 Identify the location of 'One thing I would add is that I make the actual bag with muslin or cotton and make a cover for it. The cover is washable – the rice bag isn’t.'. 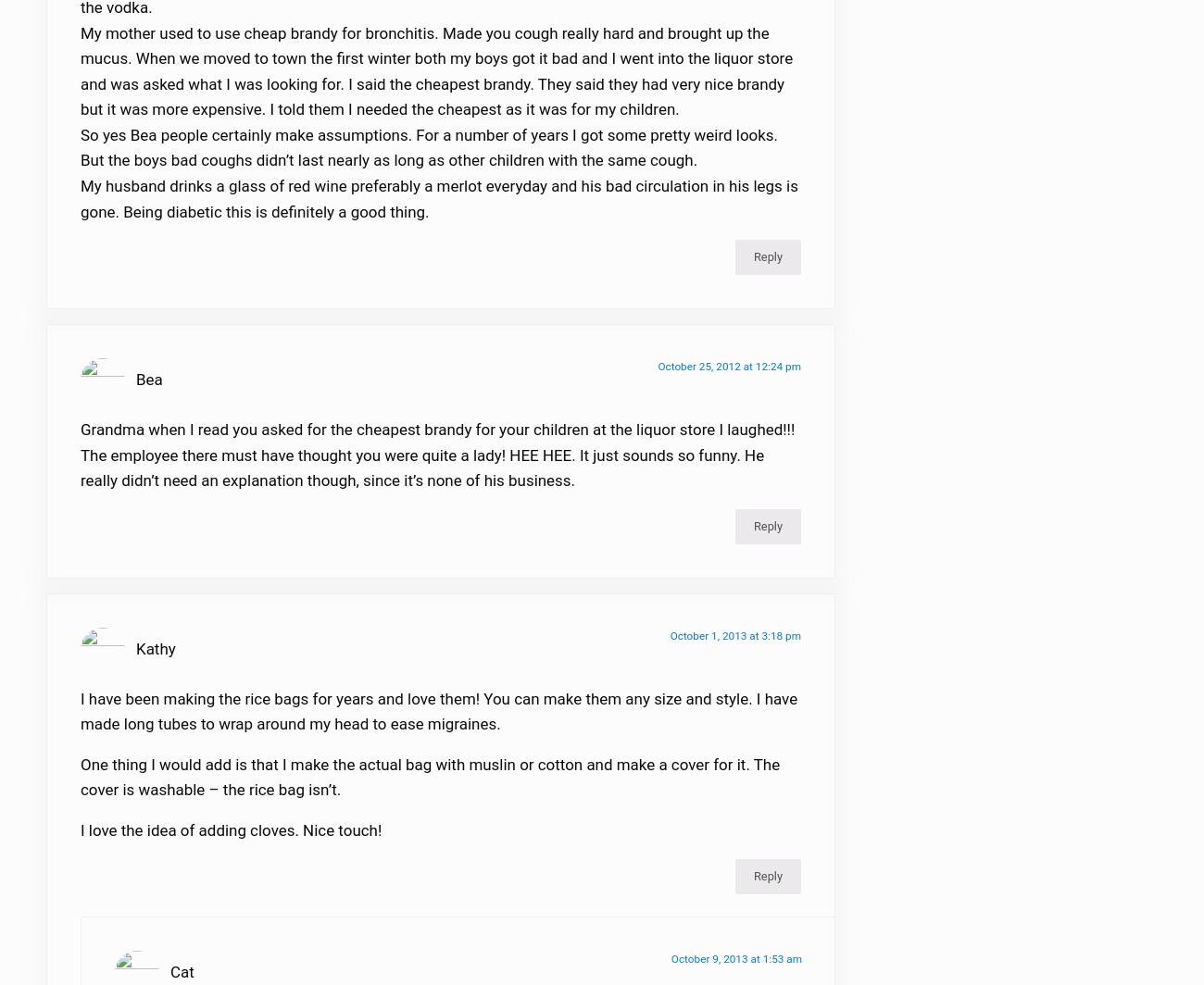
(429, 788).